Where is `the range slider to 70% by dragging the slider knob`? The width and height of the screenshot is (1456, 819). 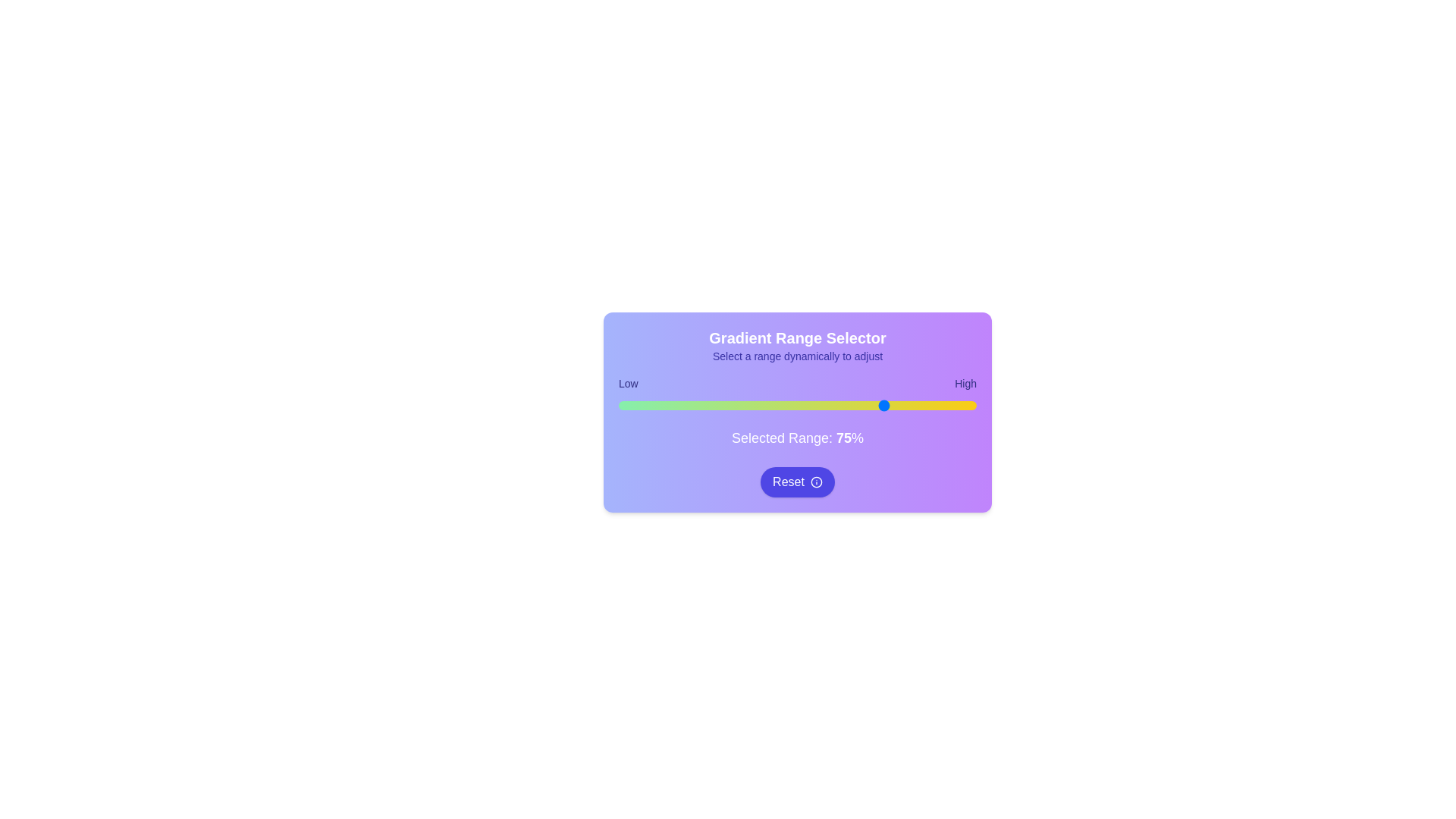 the range slider to 70% by dragging the slider knob is located at coordinates (869, 405).